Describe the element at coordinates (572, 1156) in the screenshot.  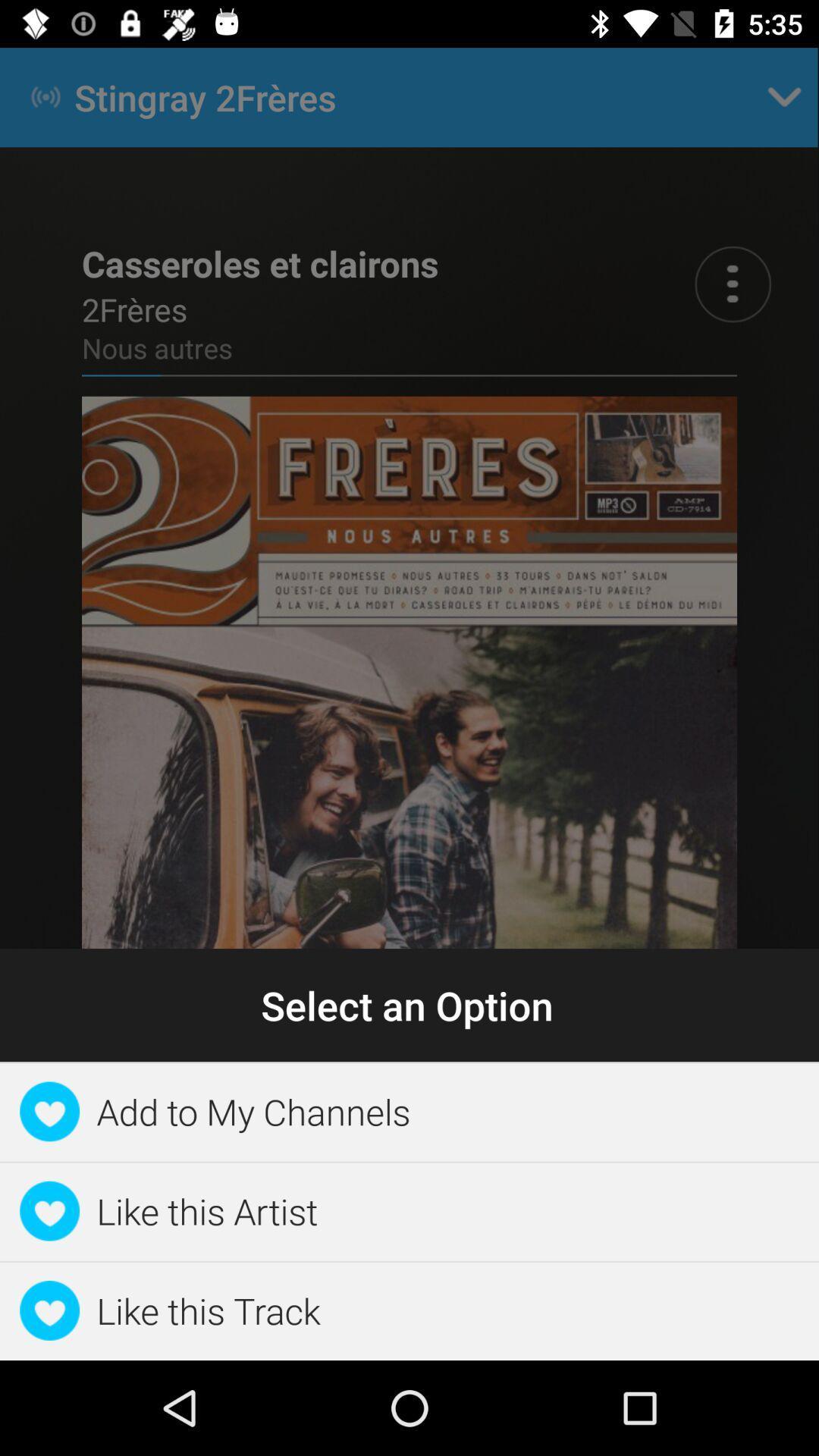
I see `the minus icon` at that location.